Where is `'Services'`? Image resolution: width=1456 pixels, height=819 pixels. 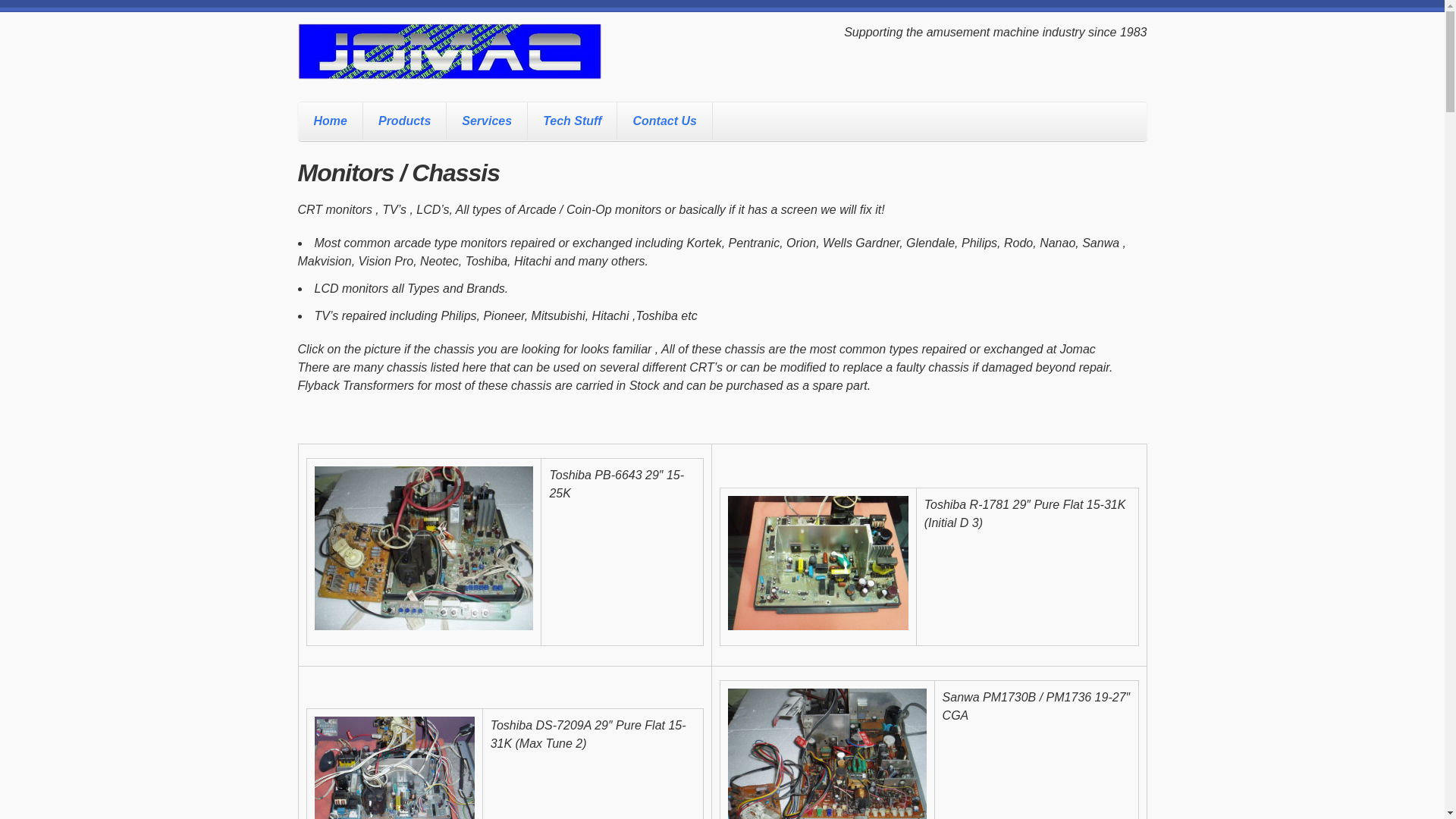 'Services' is located at coordinates (487, 120).